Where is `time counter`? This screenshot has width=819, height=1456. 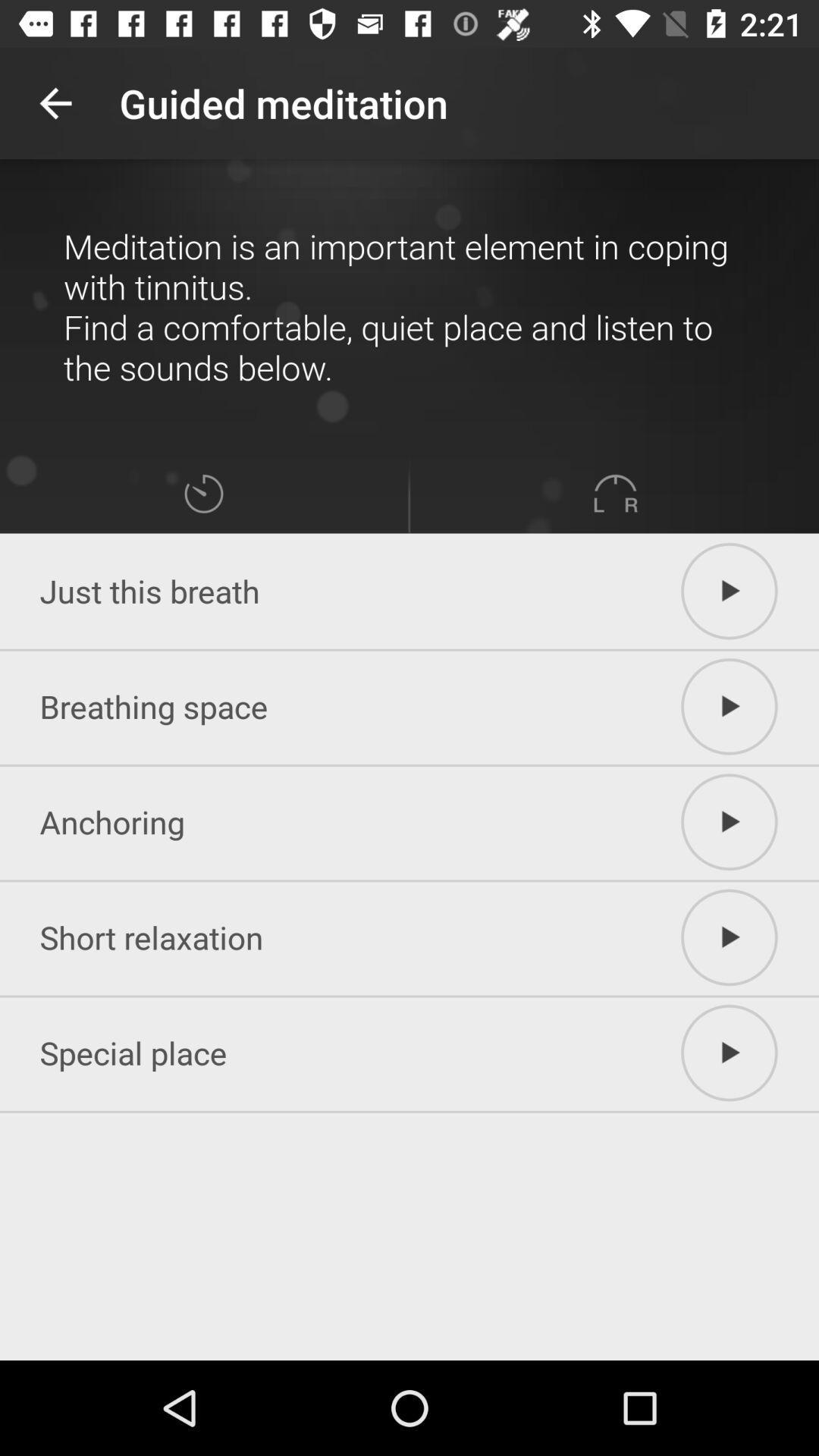 time counter is located at coordinates (202, 494).